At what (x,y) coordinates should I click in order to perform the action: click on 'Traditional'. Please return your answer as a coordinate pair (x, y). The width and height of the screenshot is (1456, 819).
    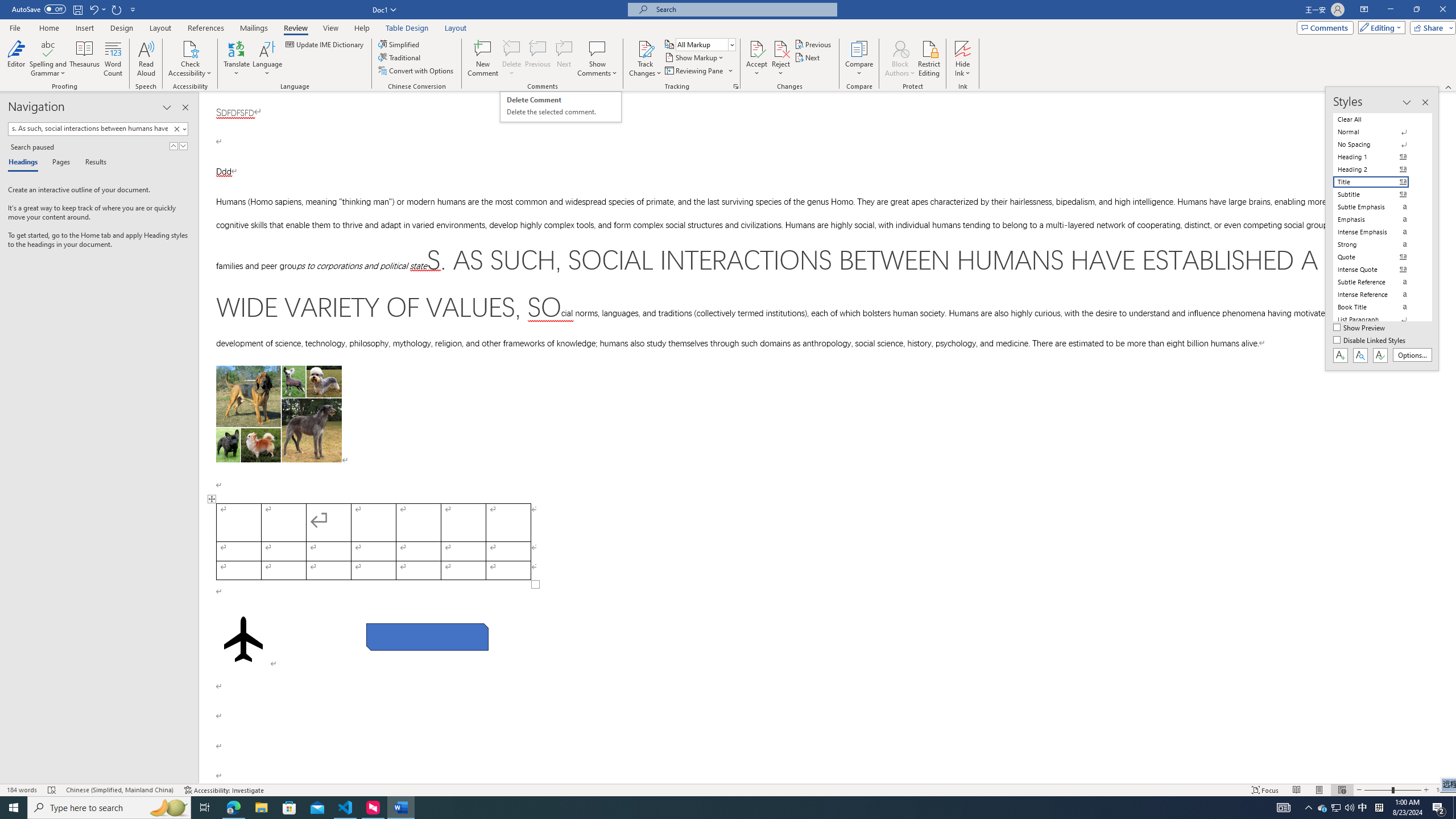
    Looking at the image, I should click on (400, 56).